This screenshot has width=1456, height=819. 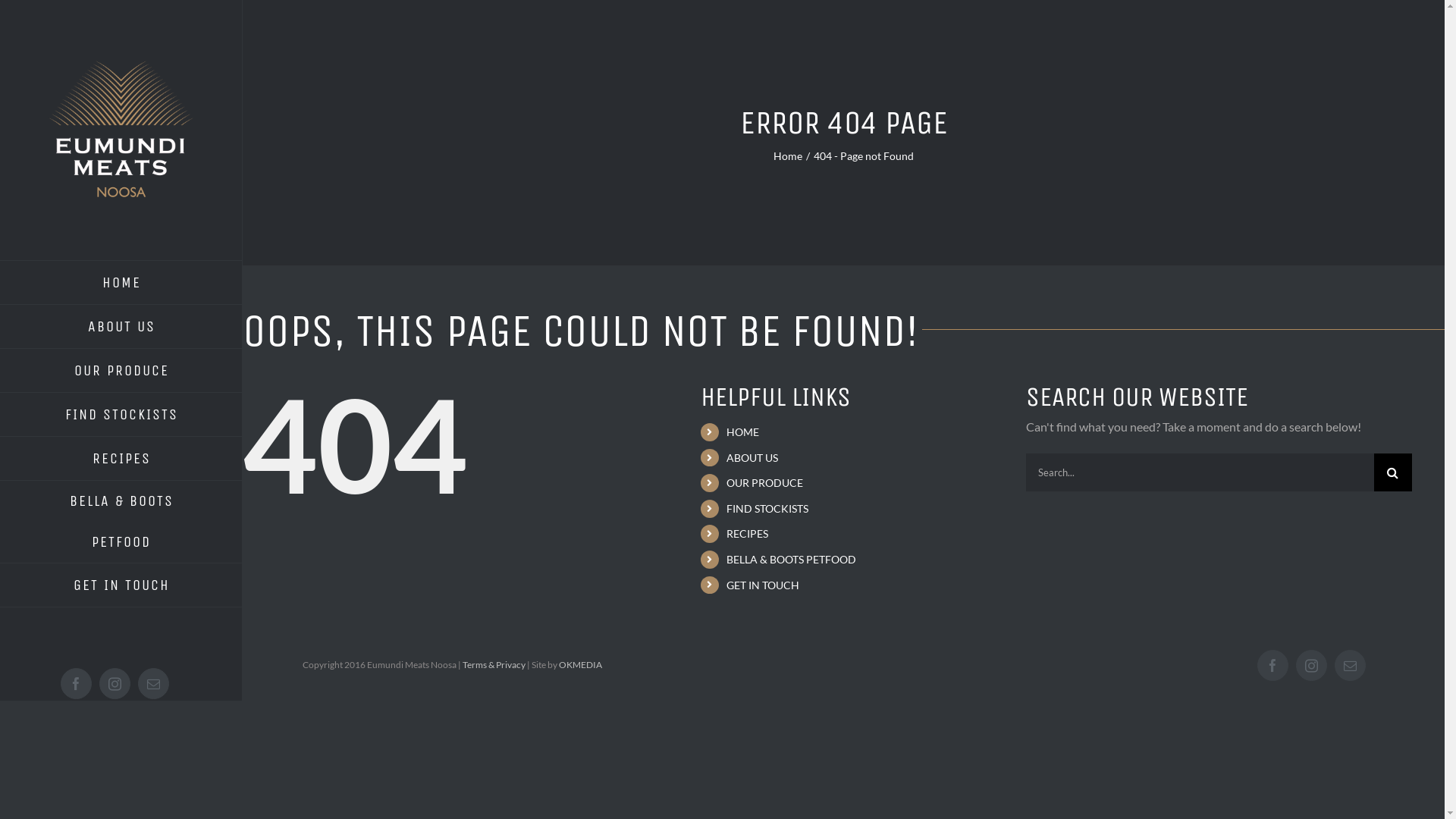 What do you see at coordinates (790, 559) in the screenshot?
I see `'BELLA & BOOTS PETFOOD'` at bounding box center [790, 559].